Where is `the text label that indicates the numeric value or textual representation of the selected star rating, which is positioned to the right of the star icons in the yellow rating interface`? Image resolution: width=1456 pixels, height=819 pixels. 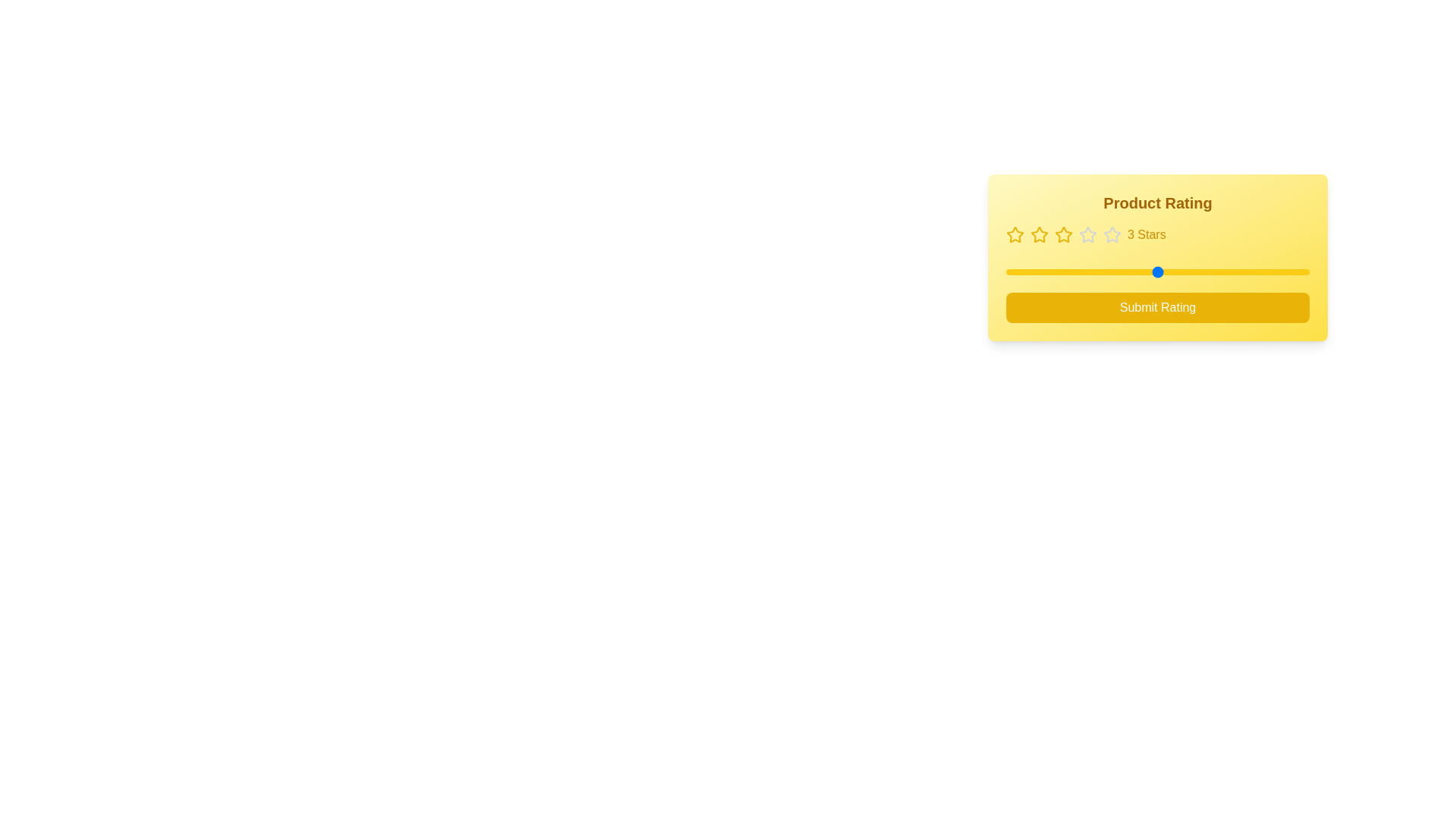
the text label that indicates the numeric value or textual representation of the selected star rating, which is positioned to the right of the star icons in the yellow rating interface is located at coordinates (1147, 234).